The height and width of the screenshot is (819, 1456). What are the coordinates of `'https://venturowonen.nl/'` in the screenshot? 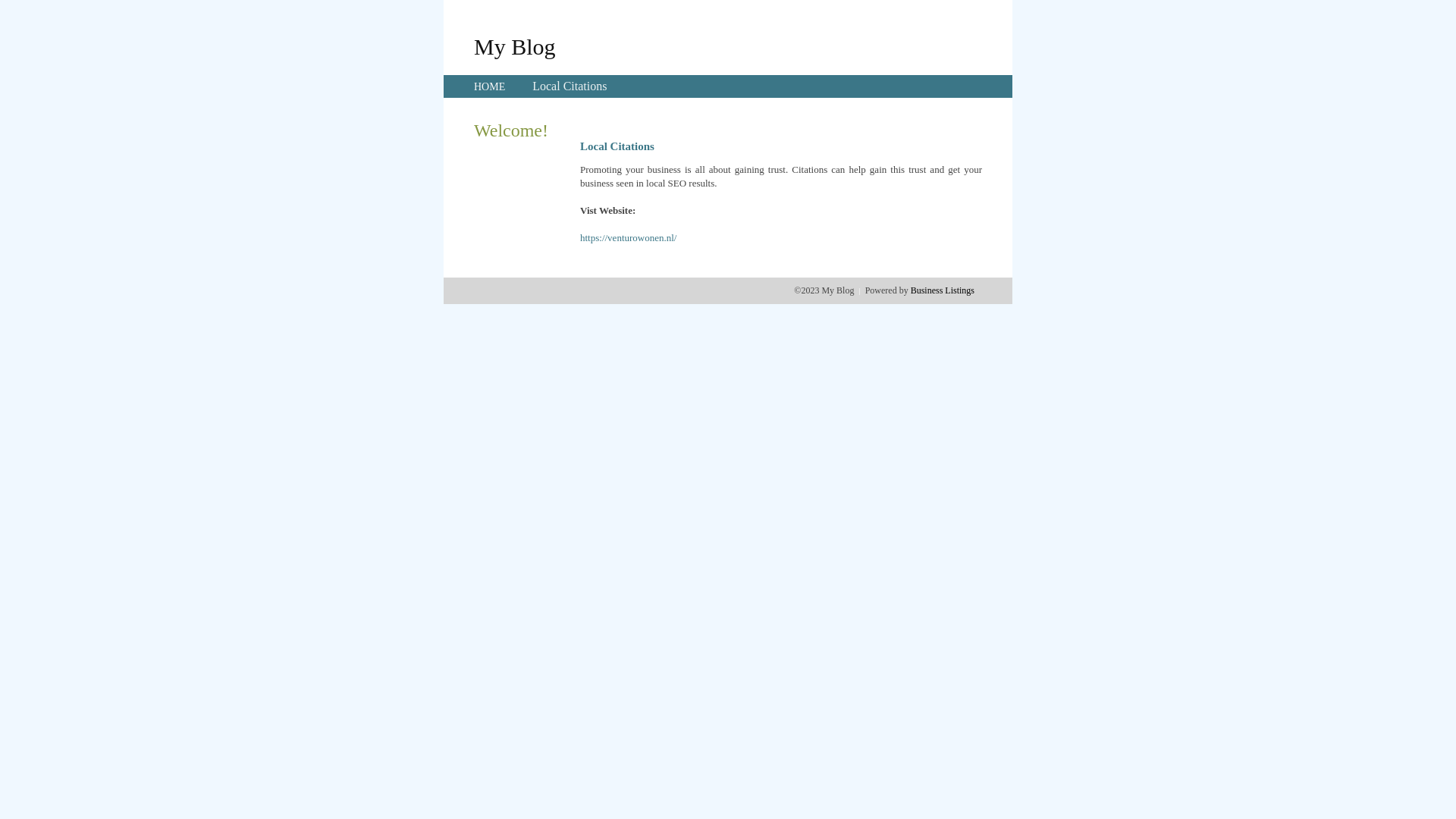 It's located at (628, 237).